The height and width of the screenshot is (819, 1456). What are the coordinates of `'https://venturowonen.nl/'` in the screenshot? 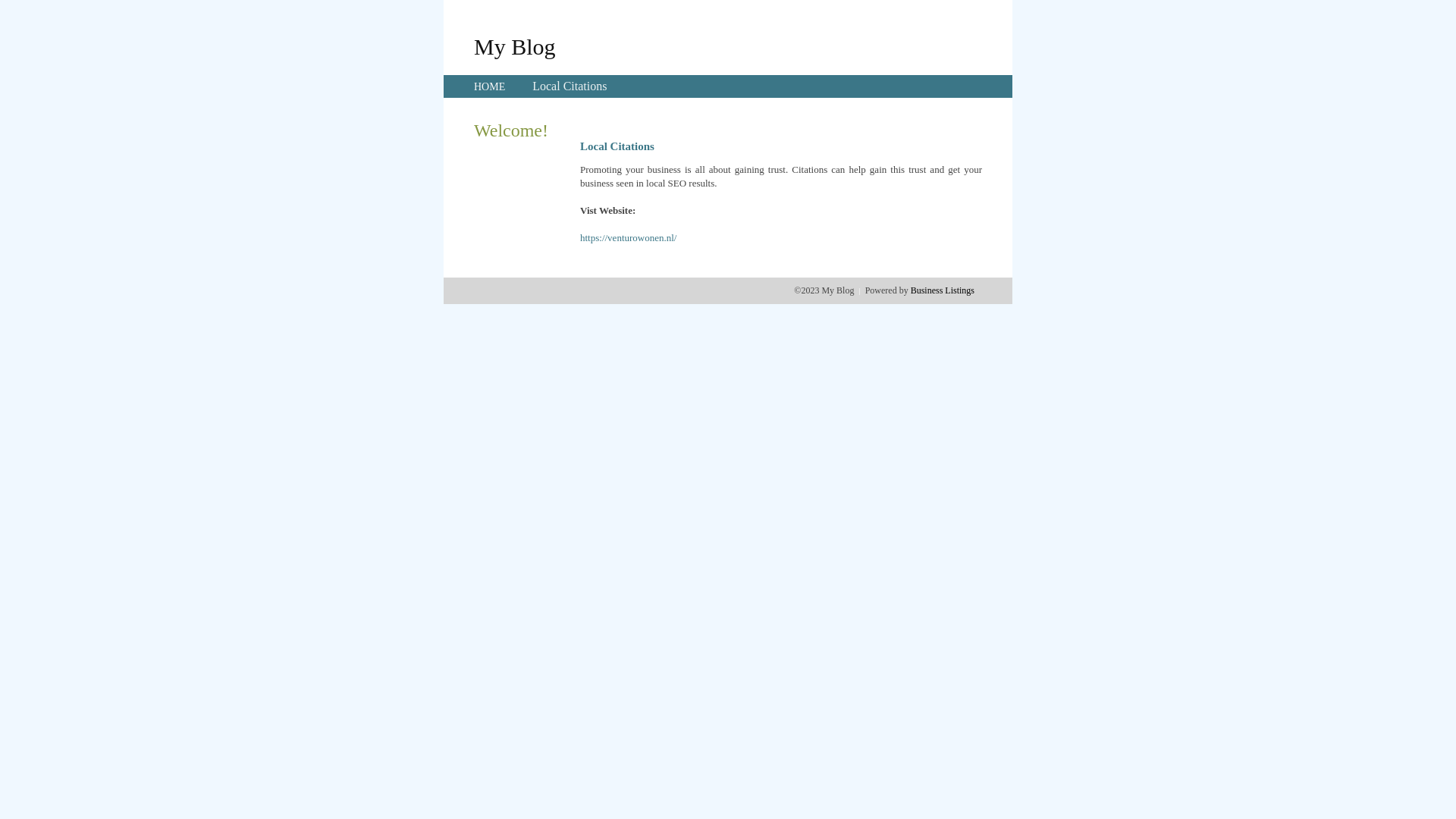 It's located at (628, 237).